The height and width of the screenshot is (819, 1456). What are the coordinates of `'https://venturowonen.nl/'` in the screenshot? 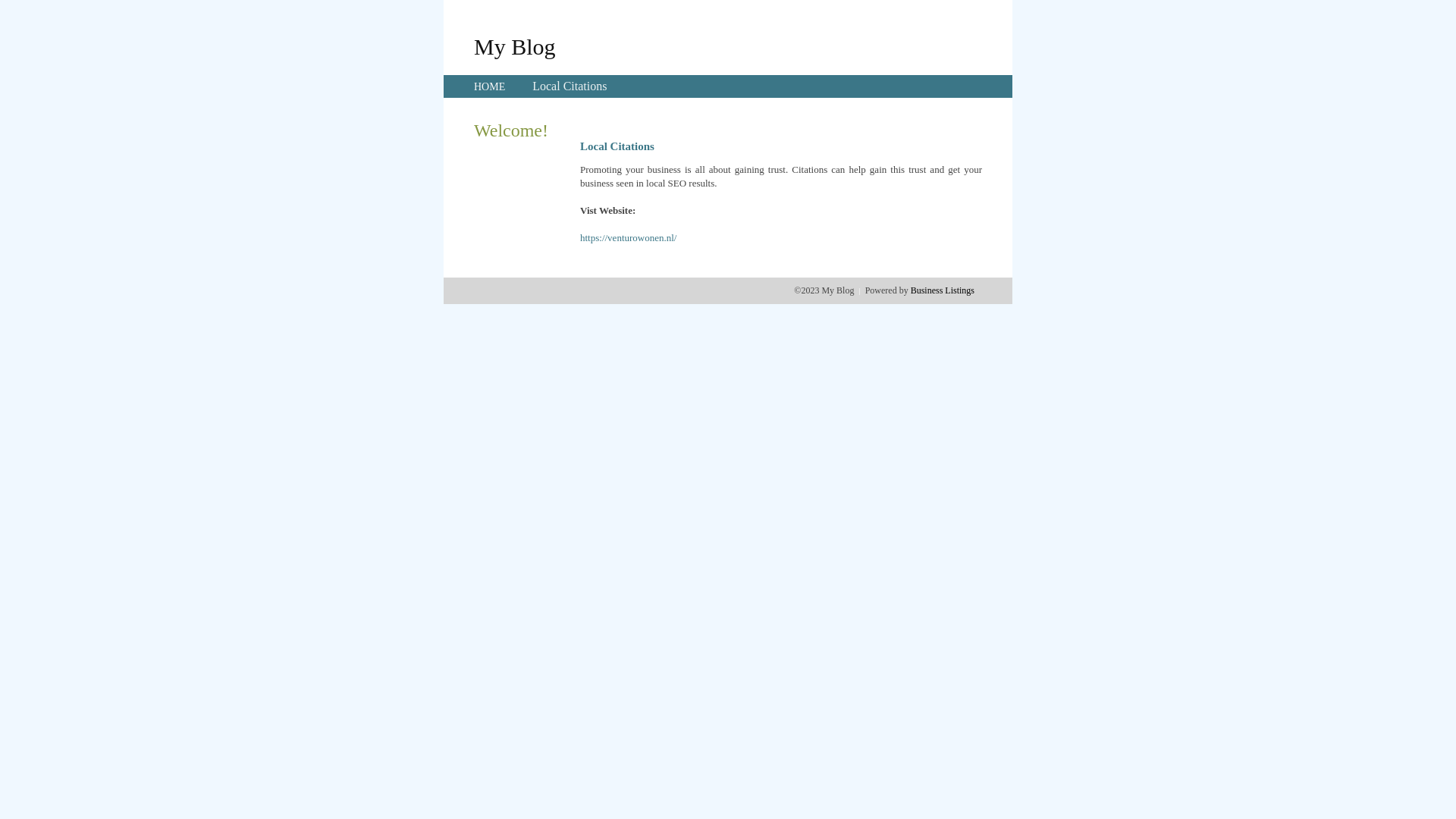 It's located at (628, 237).